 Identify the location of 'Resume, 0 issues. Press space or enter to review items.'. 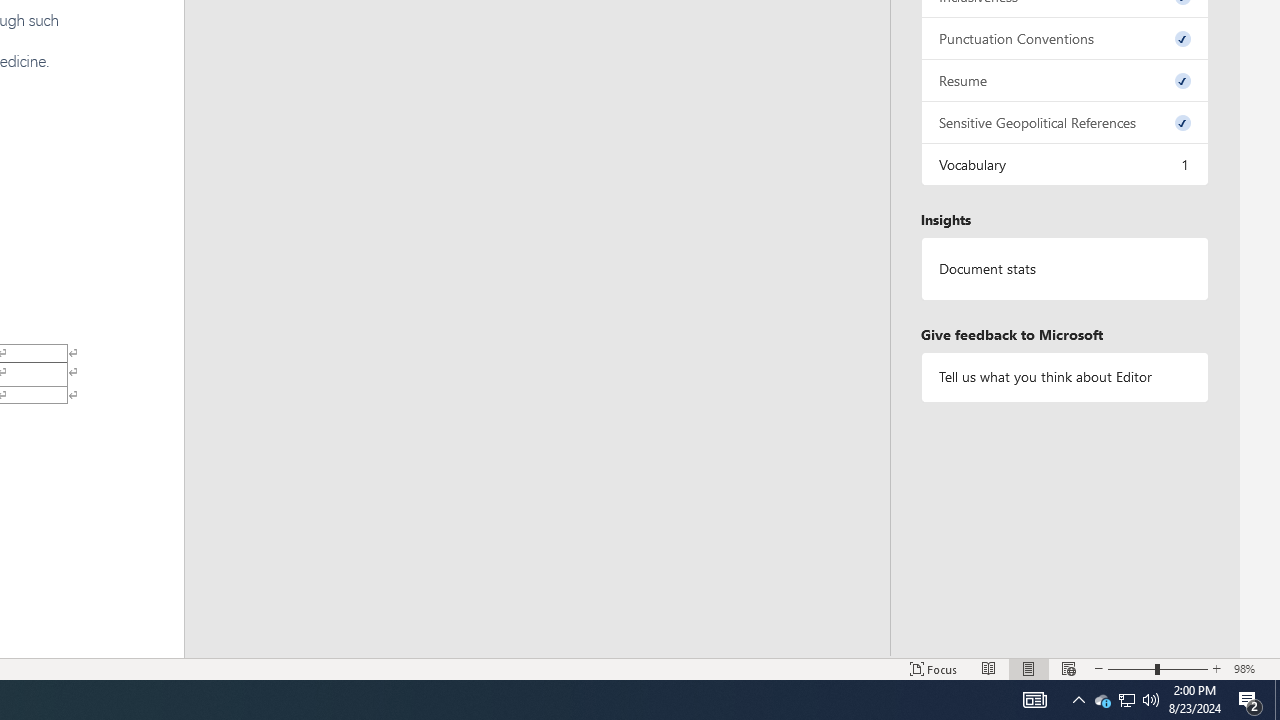
(1063, 79).